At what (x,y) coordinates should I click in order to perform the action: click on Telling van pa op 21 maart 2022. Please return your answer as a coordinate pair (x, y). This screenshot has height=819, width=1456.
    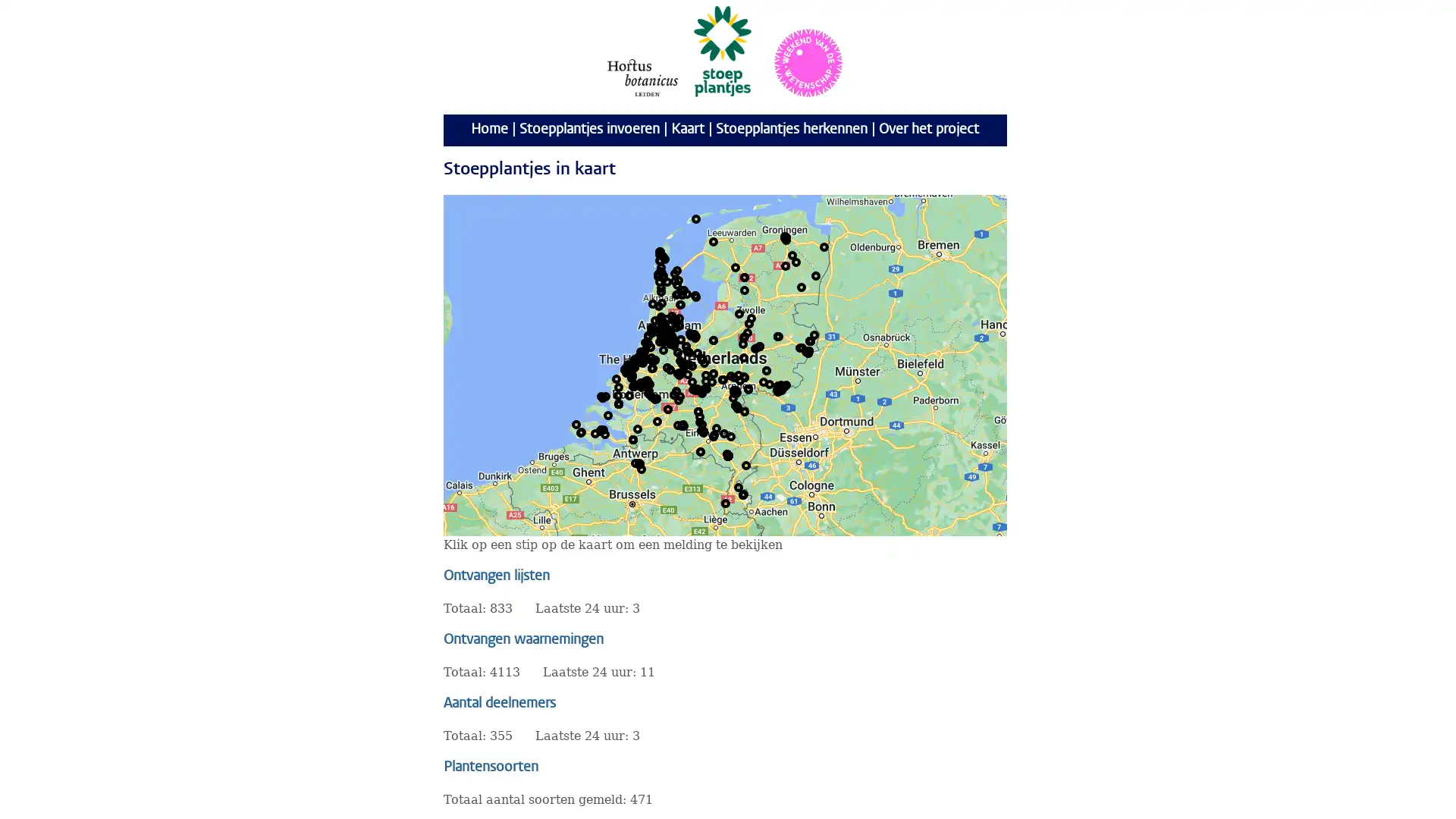
    Looking at the image, I should click on (786, 265).